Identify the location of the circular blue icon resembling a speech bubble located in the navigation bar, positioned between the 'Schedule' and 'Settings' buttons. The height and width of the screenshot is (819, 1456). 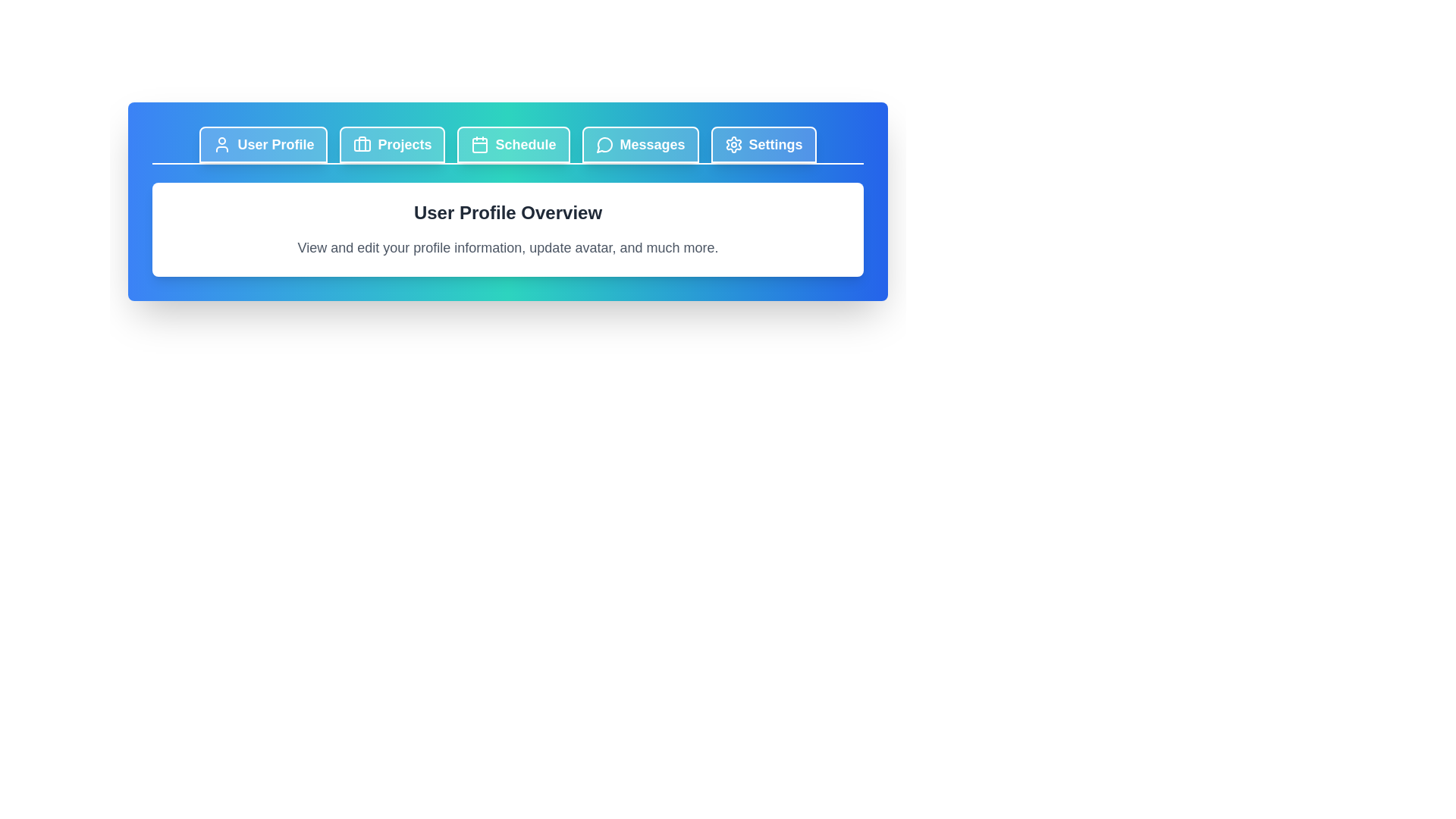
(603, 145).